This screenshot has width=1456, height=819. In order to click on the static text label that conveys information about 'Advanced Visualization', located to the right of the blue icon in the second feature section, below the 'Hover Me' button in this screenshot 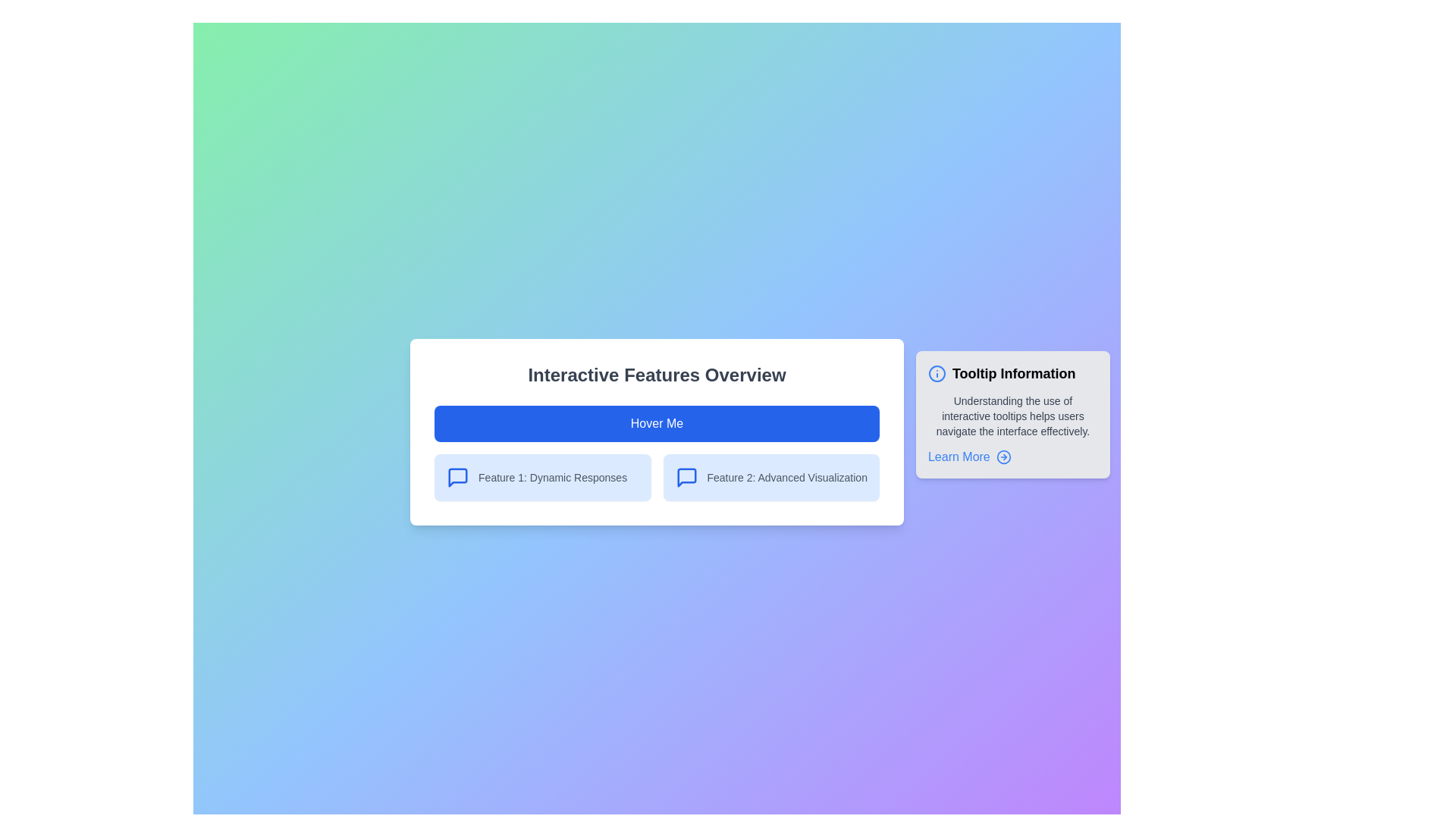, I will do `click(787, 476)`.